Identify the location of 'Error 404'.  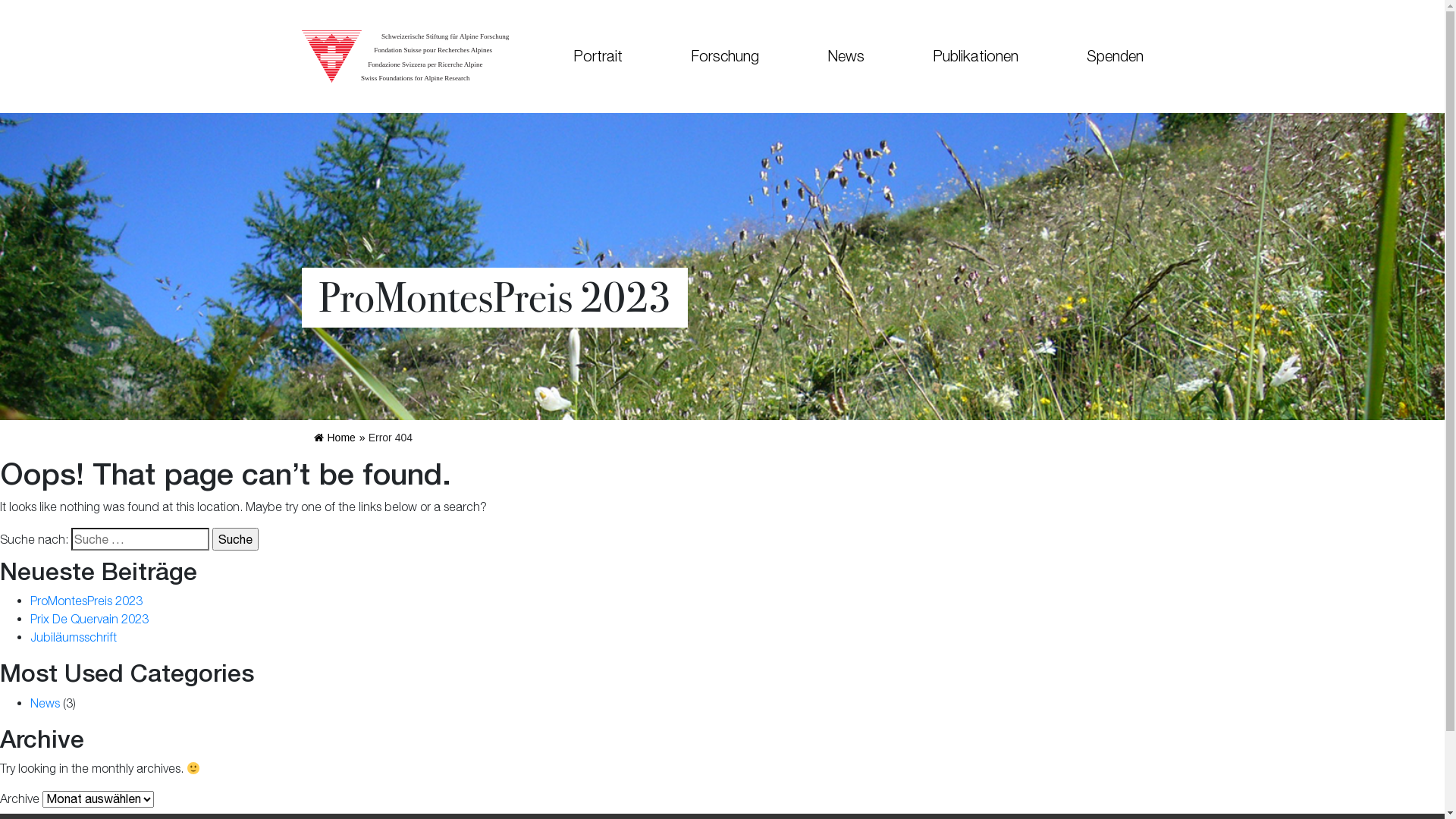
(390, 438).